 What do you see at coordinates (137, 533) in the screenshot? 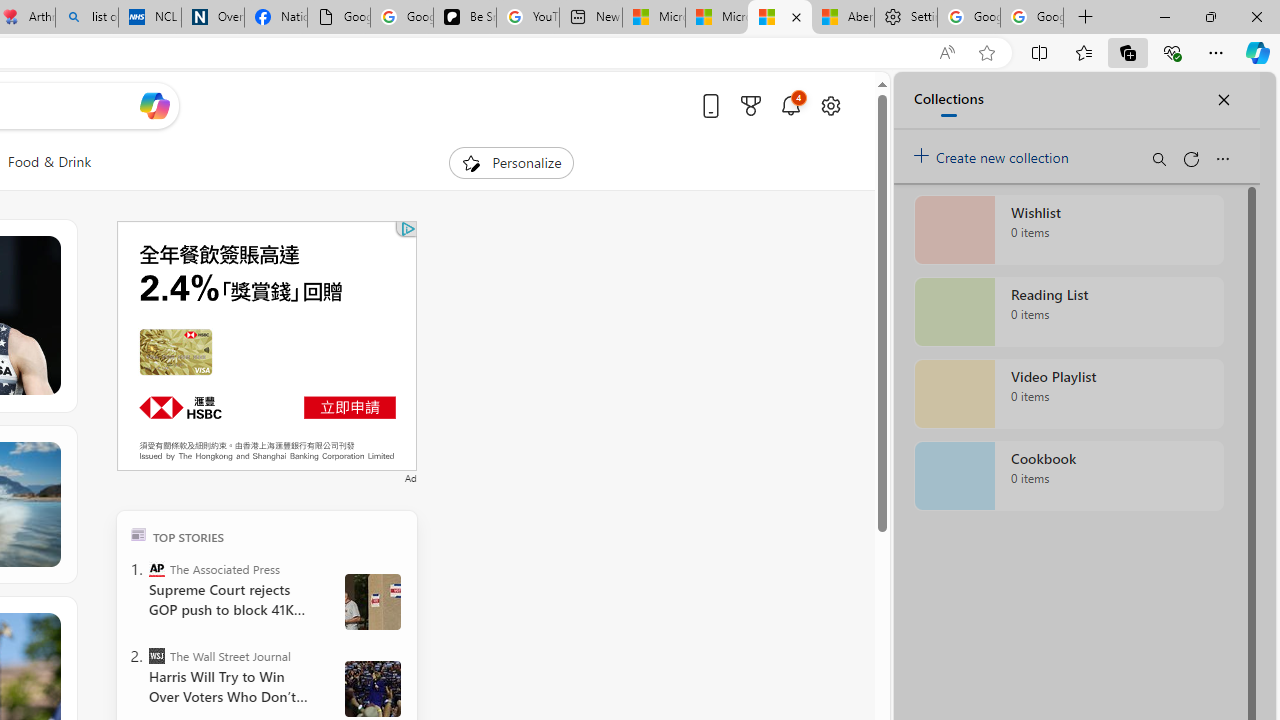
I see `'TOP'` at bounding box center [137, 533].